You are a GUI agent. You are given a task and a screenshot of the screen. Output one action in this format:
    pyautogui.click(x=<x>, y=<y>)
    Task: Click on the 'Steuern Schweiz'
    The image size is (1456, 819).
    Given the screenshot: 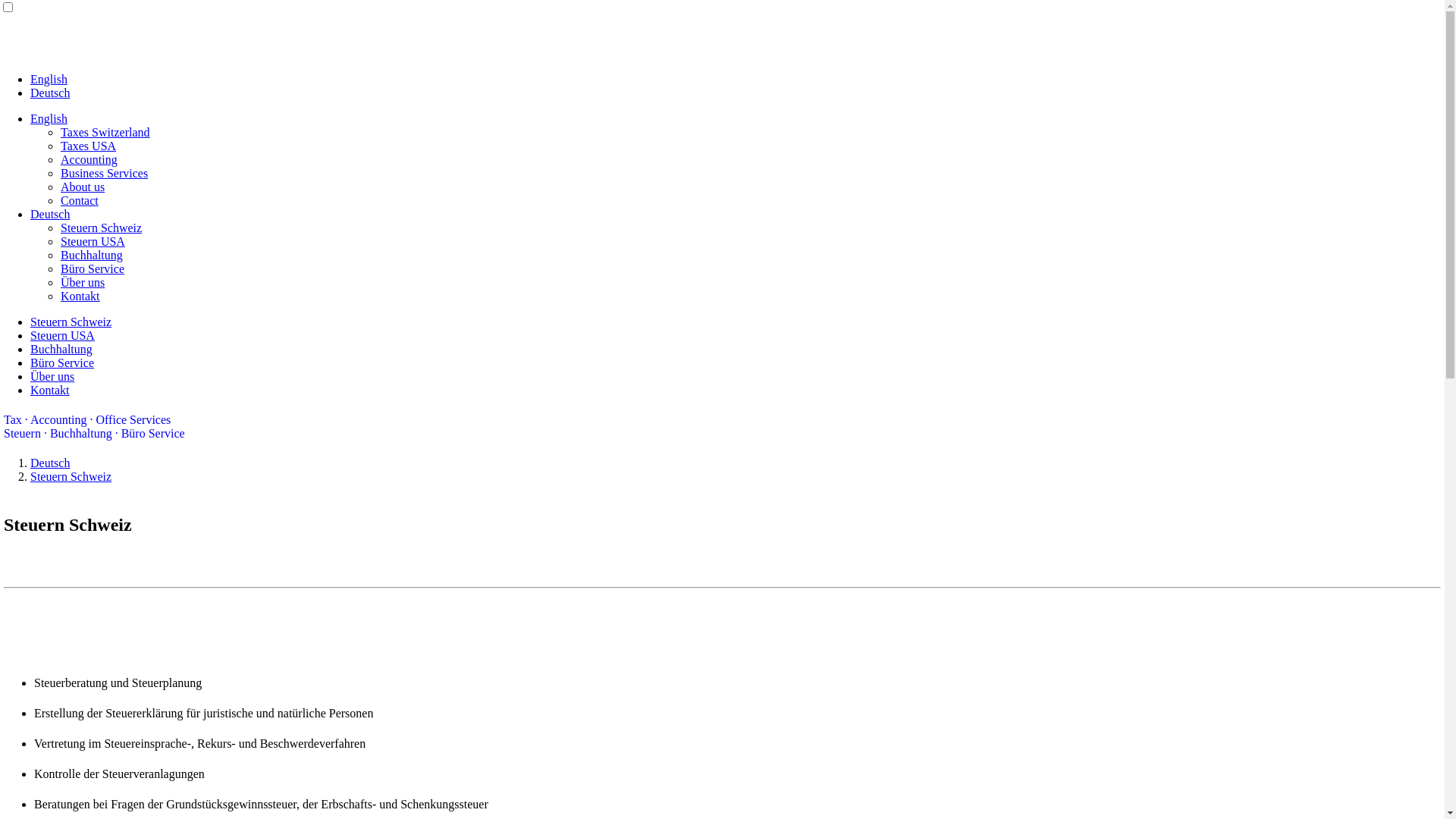 What is the action you would take?
    pyautogui.click(x=70, y=475)
    